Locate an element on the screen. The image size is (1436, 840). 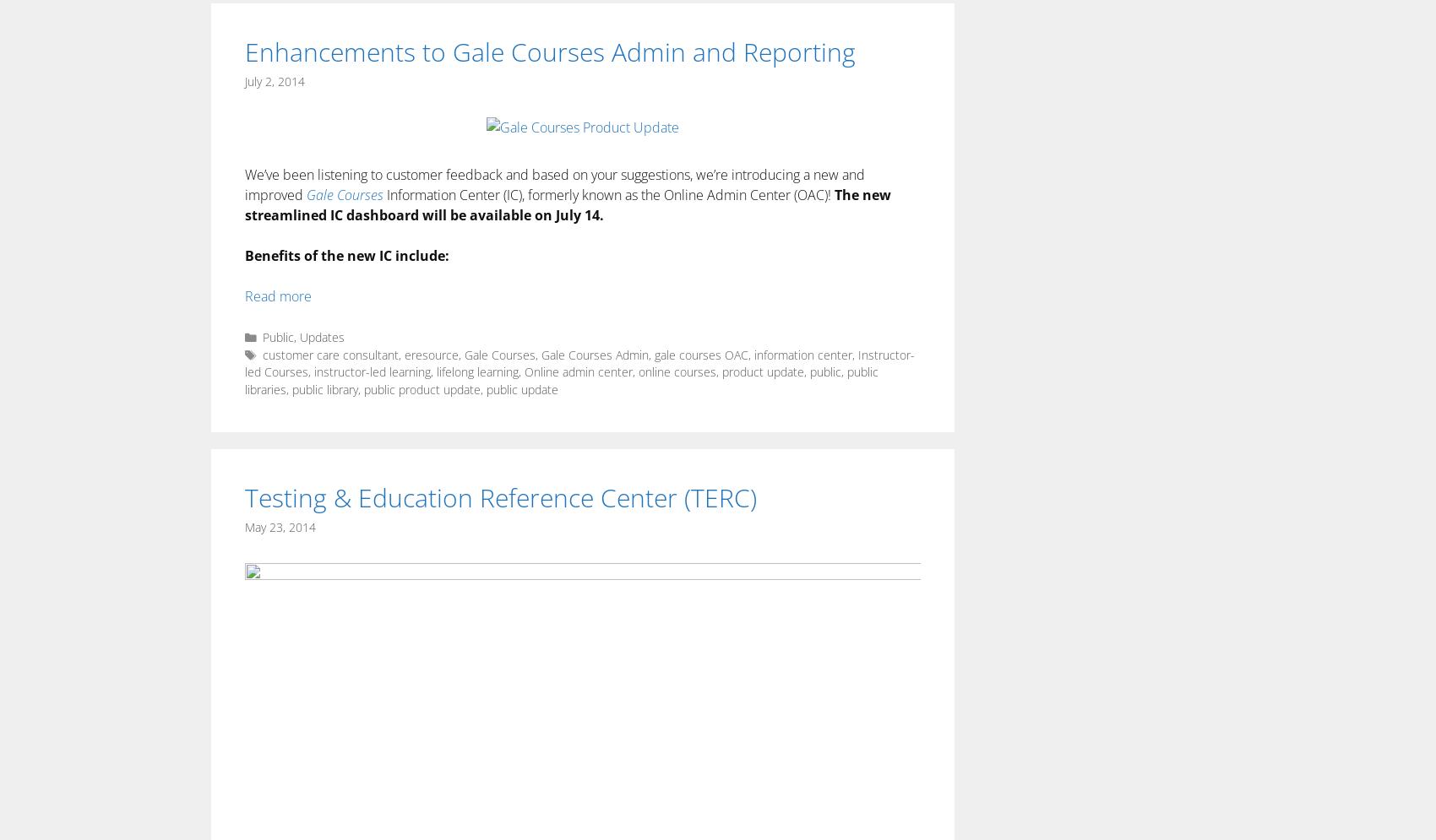
'eresource' is located at coordinates (405, 354).